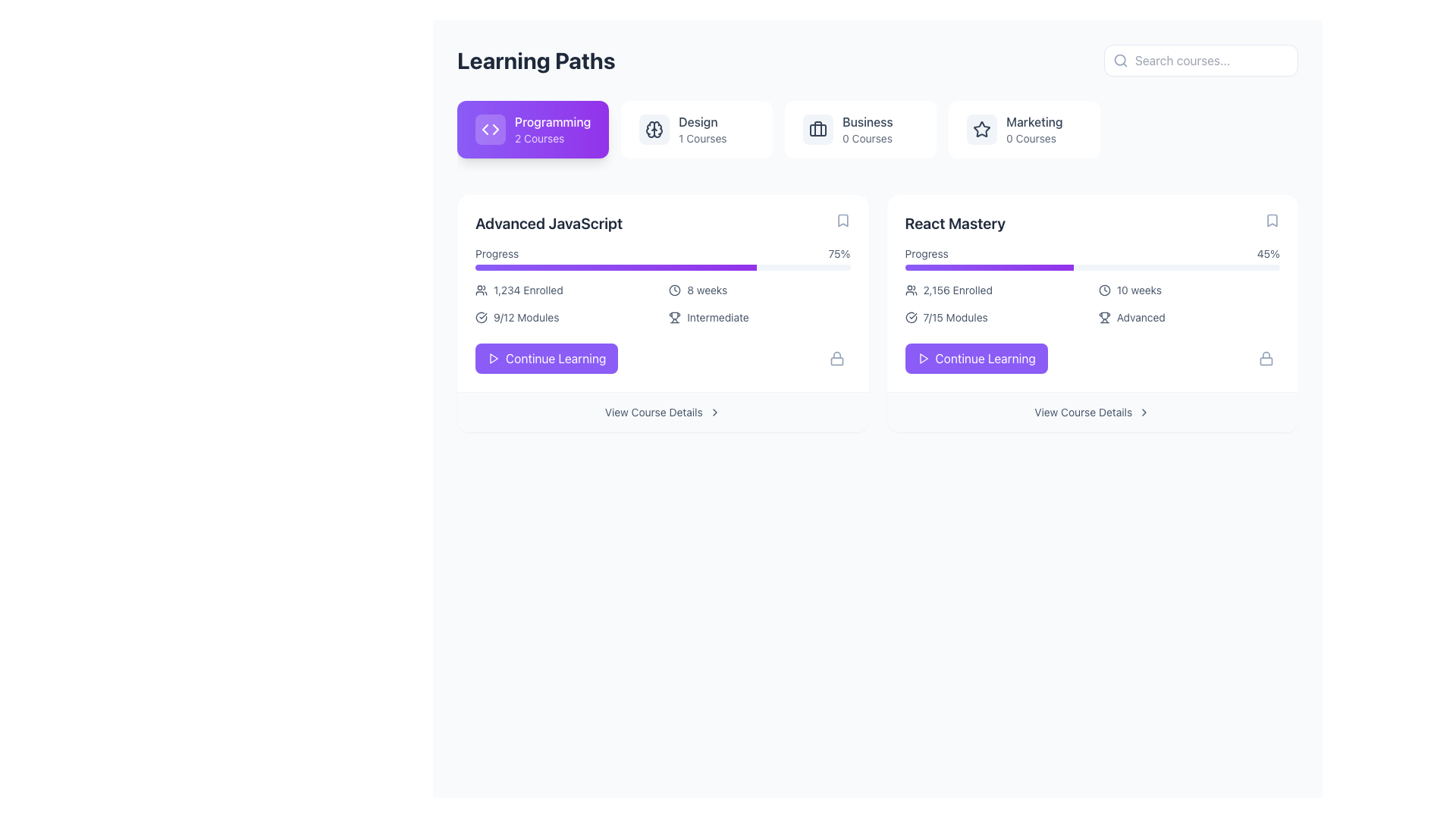 The image size is (1456, 819). I want to click on the outer circle of the clock icon representing time, located below the 'Advanced JavaScript' text within the card layout in the '8 weeks' section, so click(674, 290).